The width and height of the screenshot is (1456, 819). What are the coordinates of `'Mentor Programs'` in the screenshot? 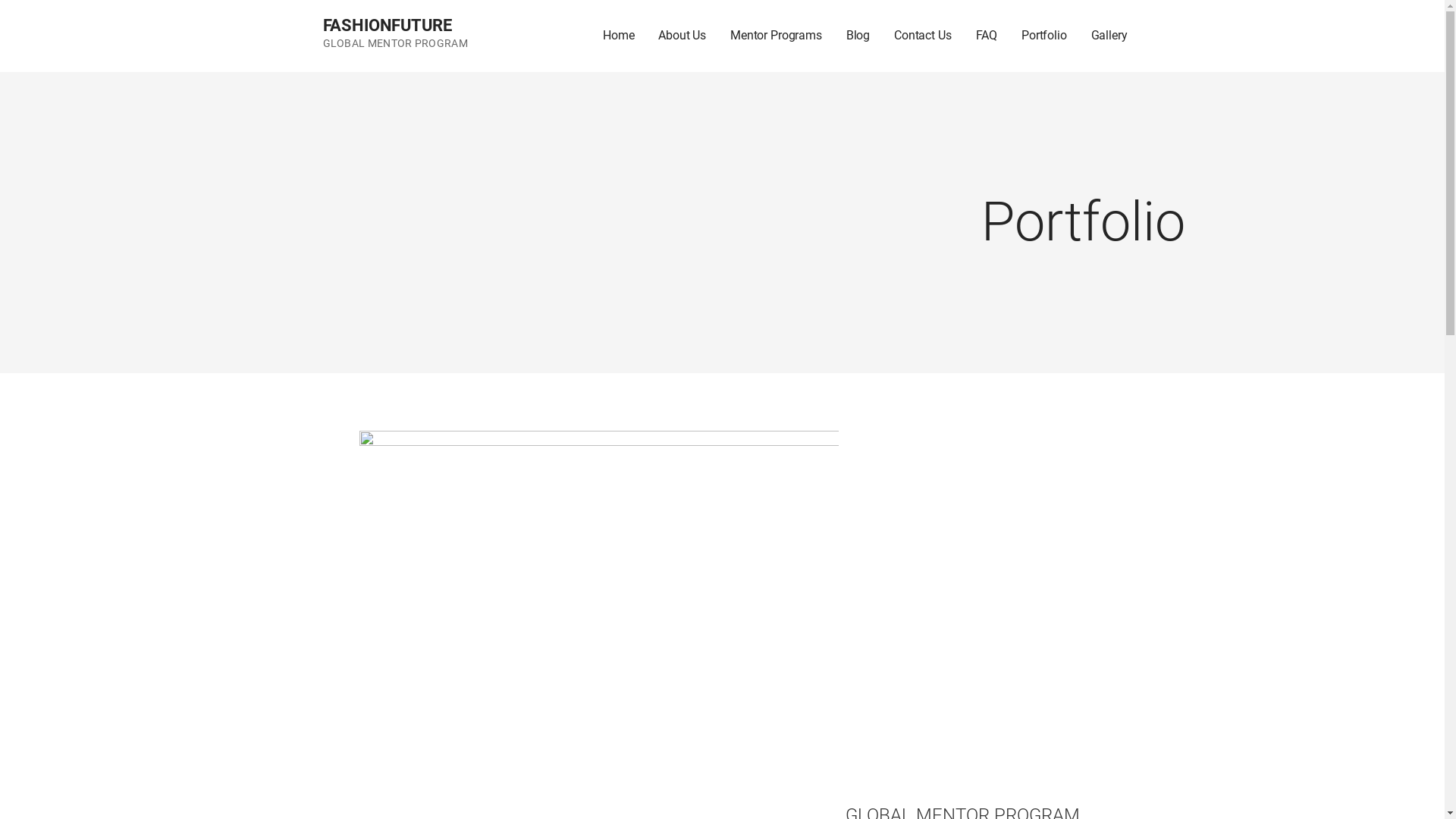 It's located at (776, 35).